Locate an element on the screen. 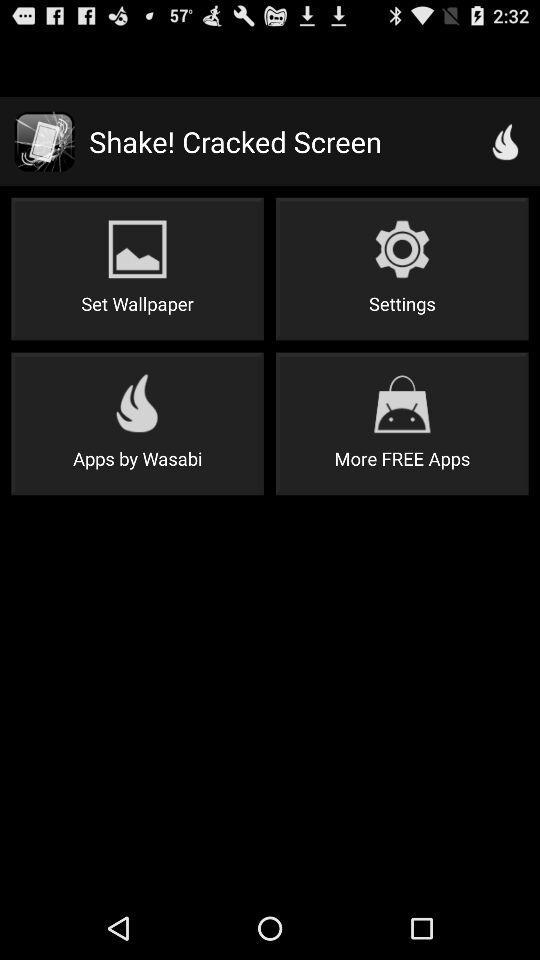 This screenshot has height=960, width=540. item below settings item is located at coordinates (402, 423).